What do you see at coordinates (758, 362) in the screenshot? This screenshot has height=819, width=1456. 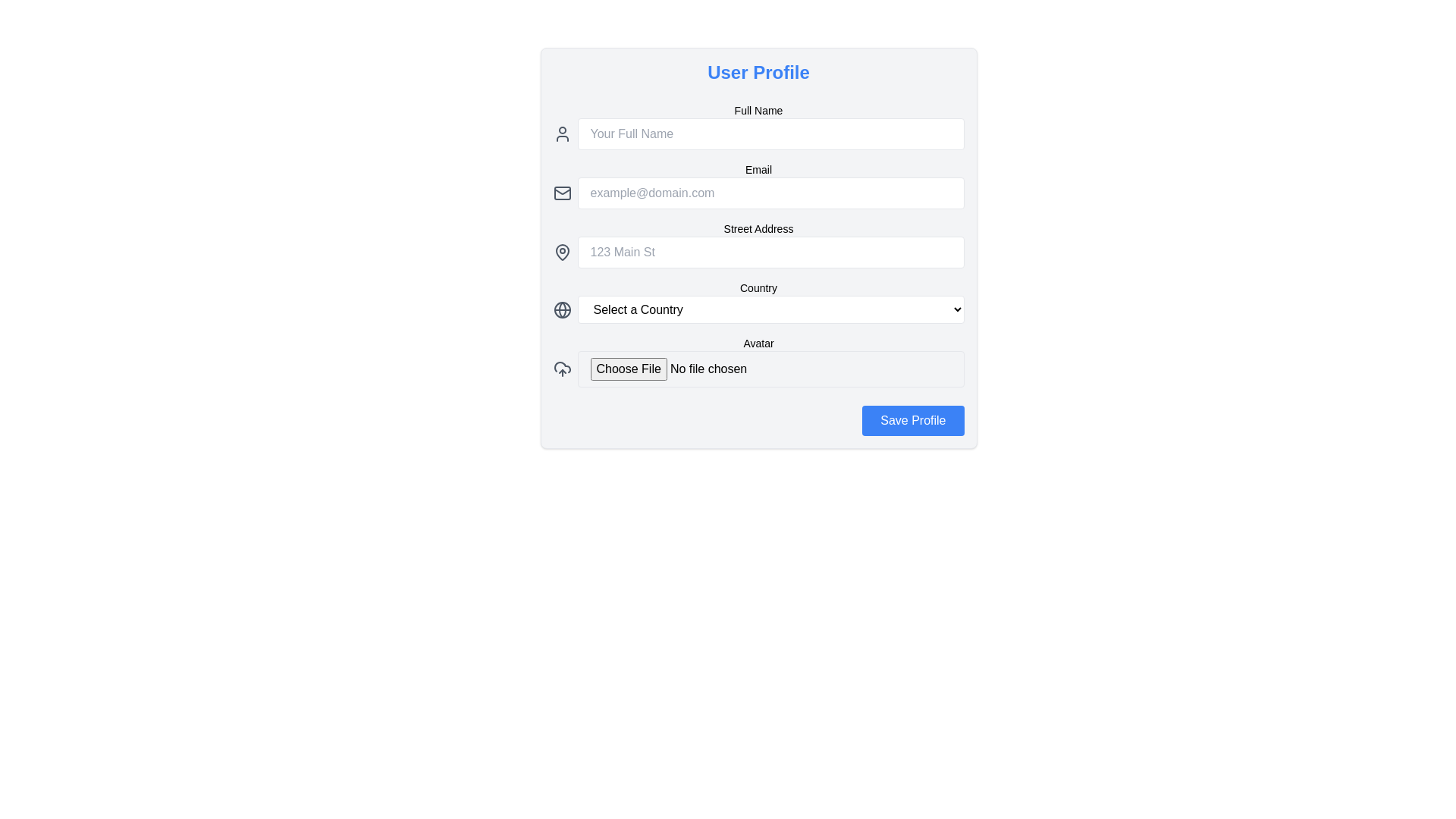 I see `the 'Choose File' input field in the 'Avatar' section` at bounding box center [758, 362].